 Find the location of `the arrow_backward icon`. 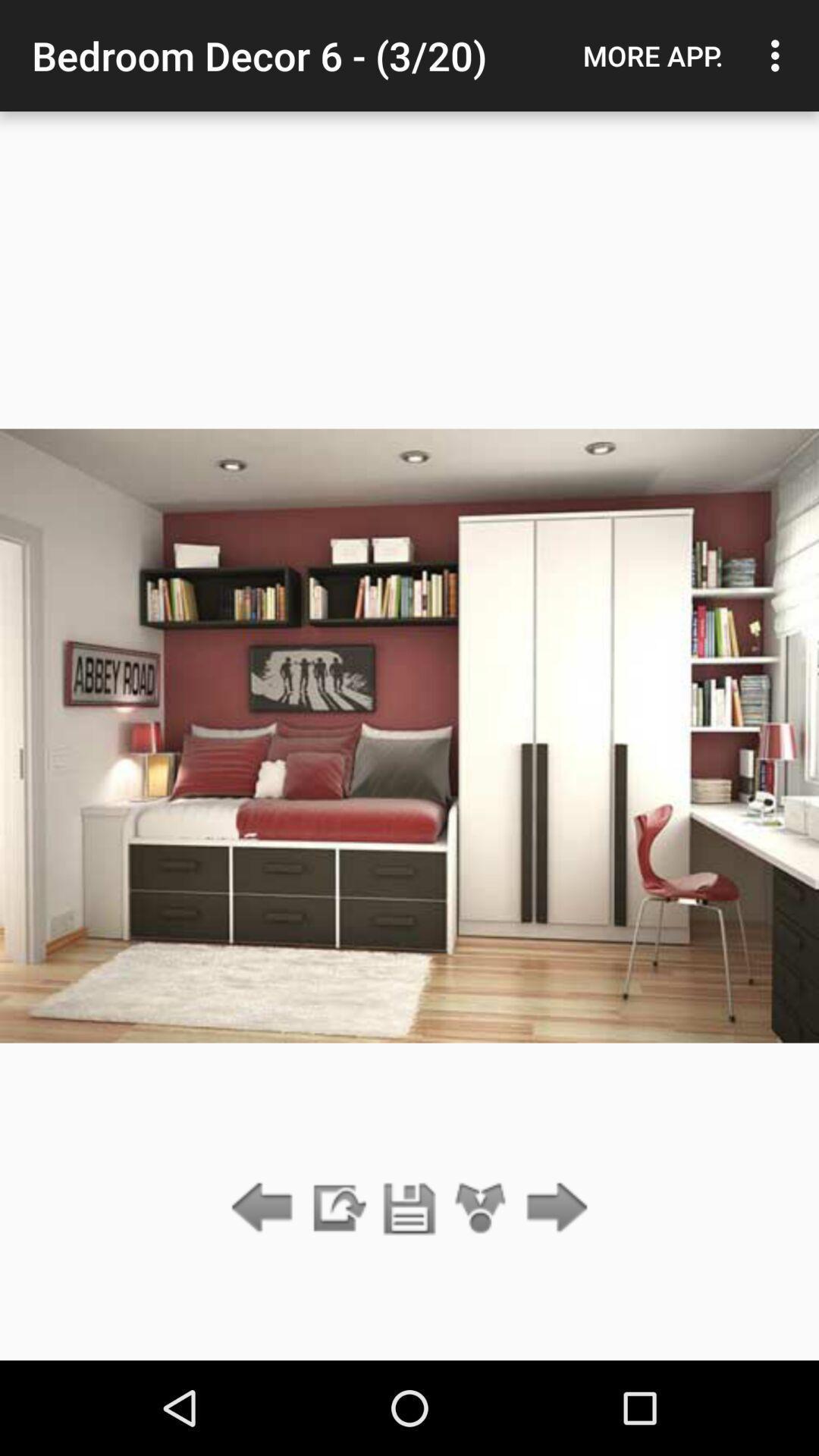

the arrow_backward icon is located at coordinates (265, 1208).